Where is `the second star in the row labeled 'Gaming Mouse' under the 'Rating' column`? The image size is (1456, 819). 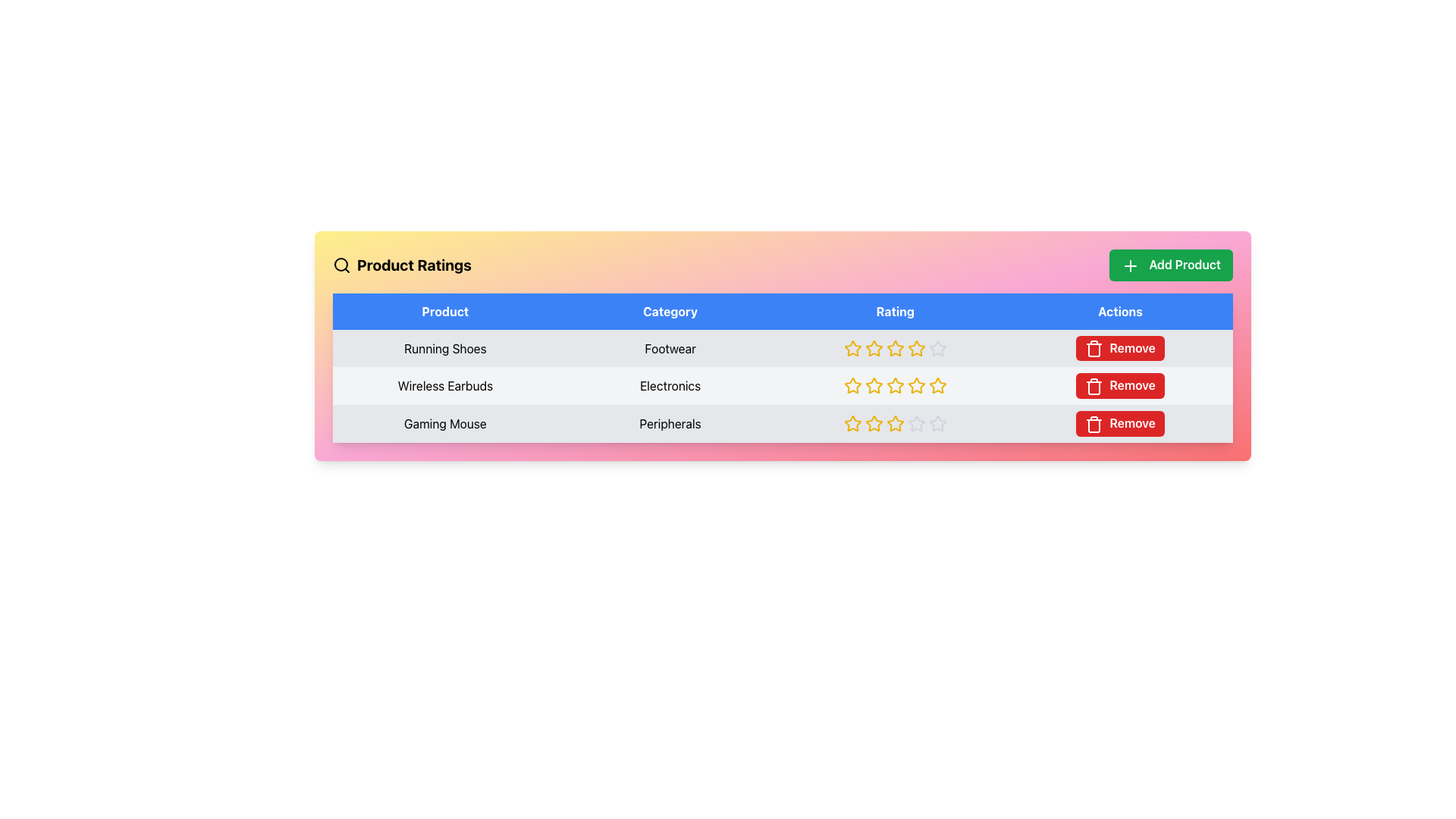
the second star in the row labeled 'Gaming Mouse' under the 'Rating' column is located at coordinates (852, 423).